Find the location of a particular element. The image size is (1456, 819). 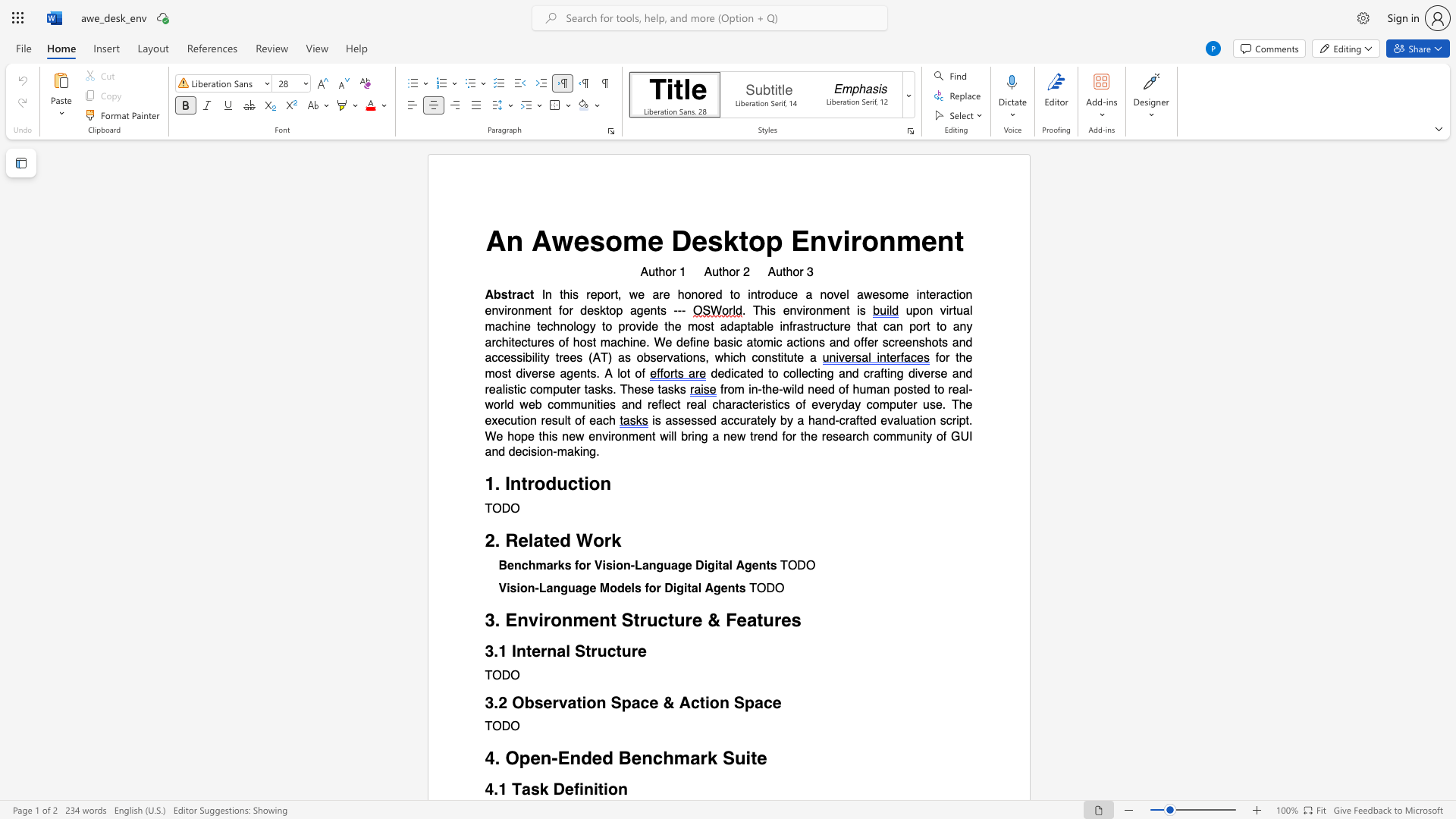

the subset text "nition" within the text "4.1 Task Definition" is located at coordinates (582, 788).